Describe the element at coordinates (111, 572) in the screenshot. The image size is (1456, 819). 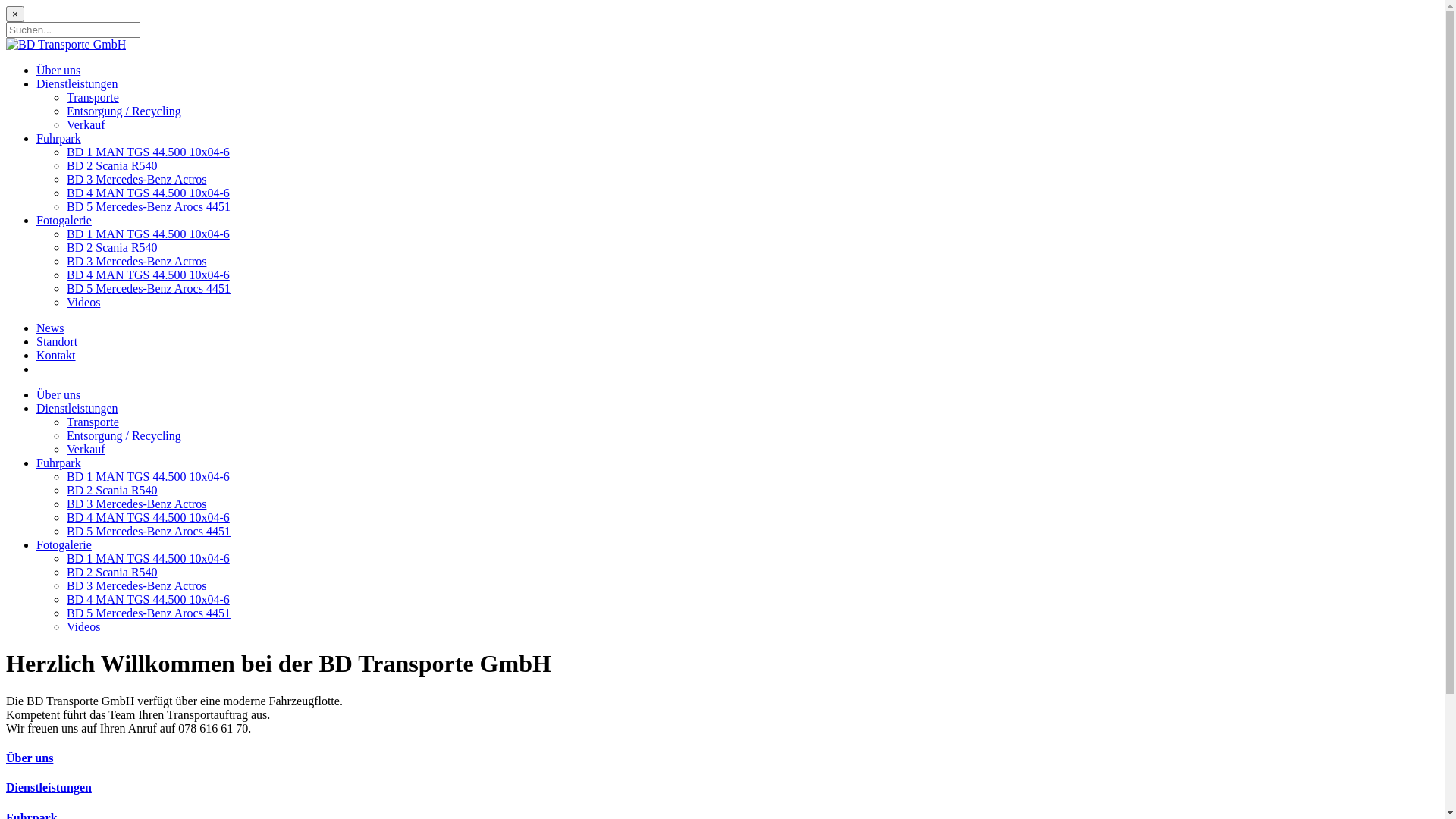
I see `'BD 2 Scania R540'` at that location.